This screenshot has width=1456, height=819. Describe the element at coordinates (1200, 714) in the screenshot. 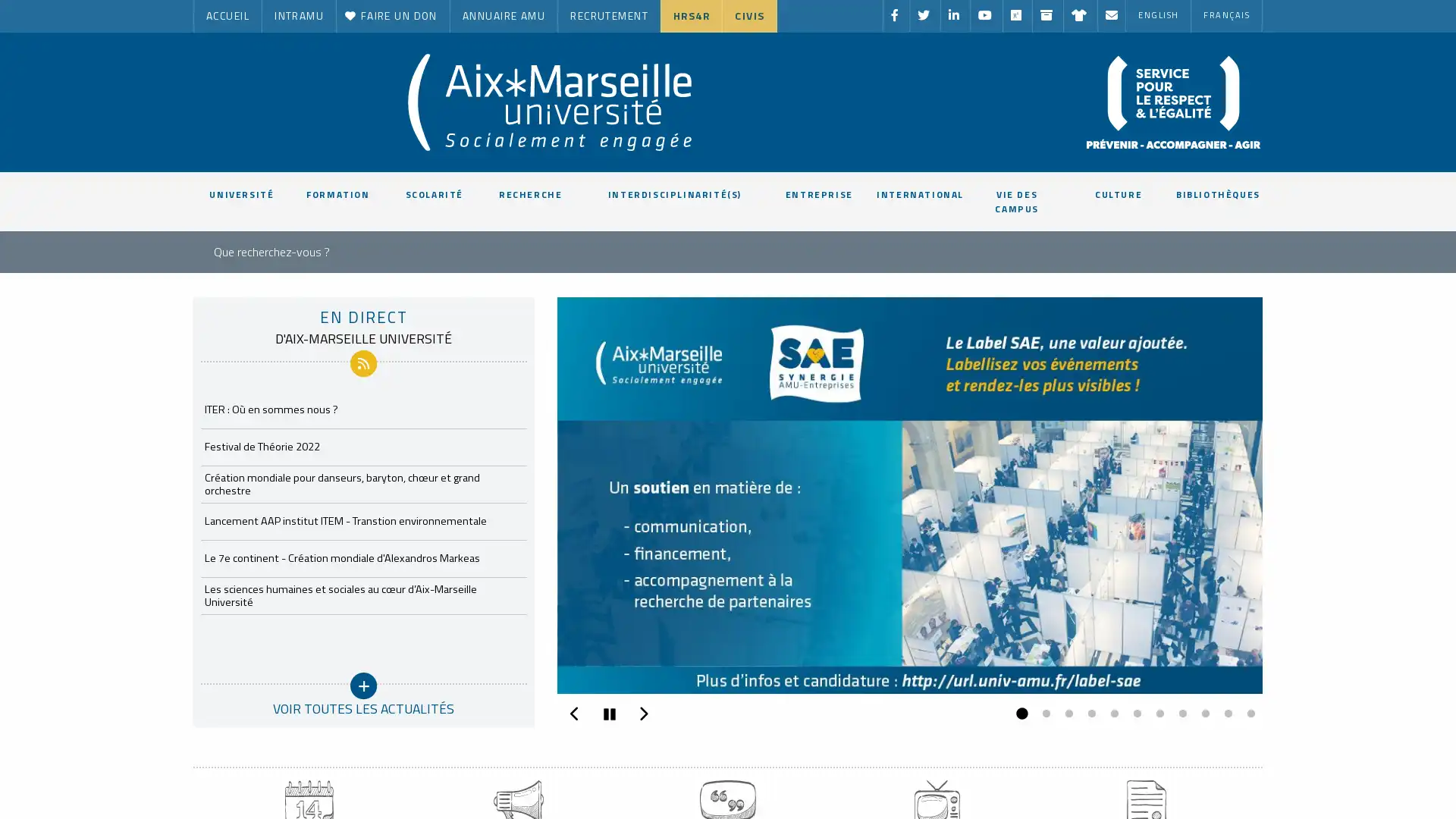

I see `Go to slide 9` at that location.